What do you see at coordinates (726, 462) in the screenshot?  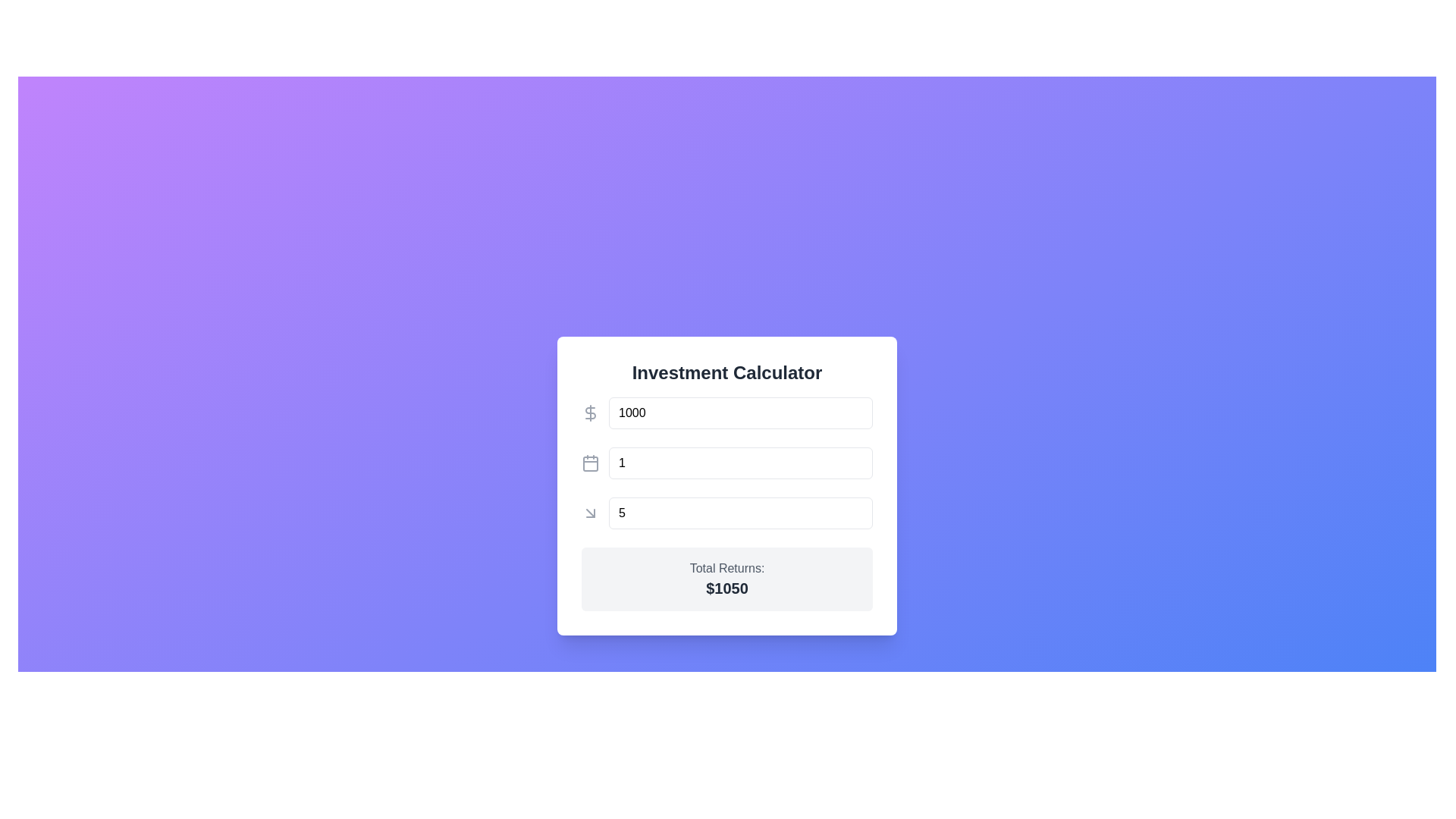 I see `the numerical input field for investment duration, which is located below the 'Investment Amount' input field and above the 'Interest Rate (%)' input field, to focus and edit the value` at bounding box center [726, 462].